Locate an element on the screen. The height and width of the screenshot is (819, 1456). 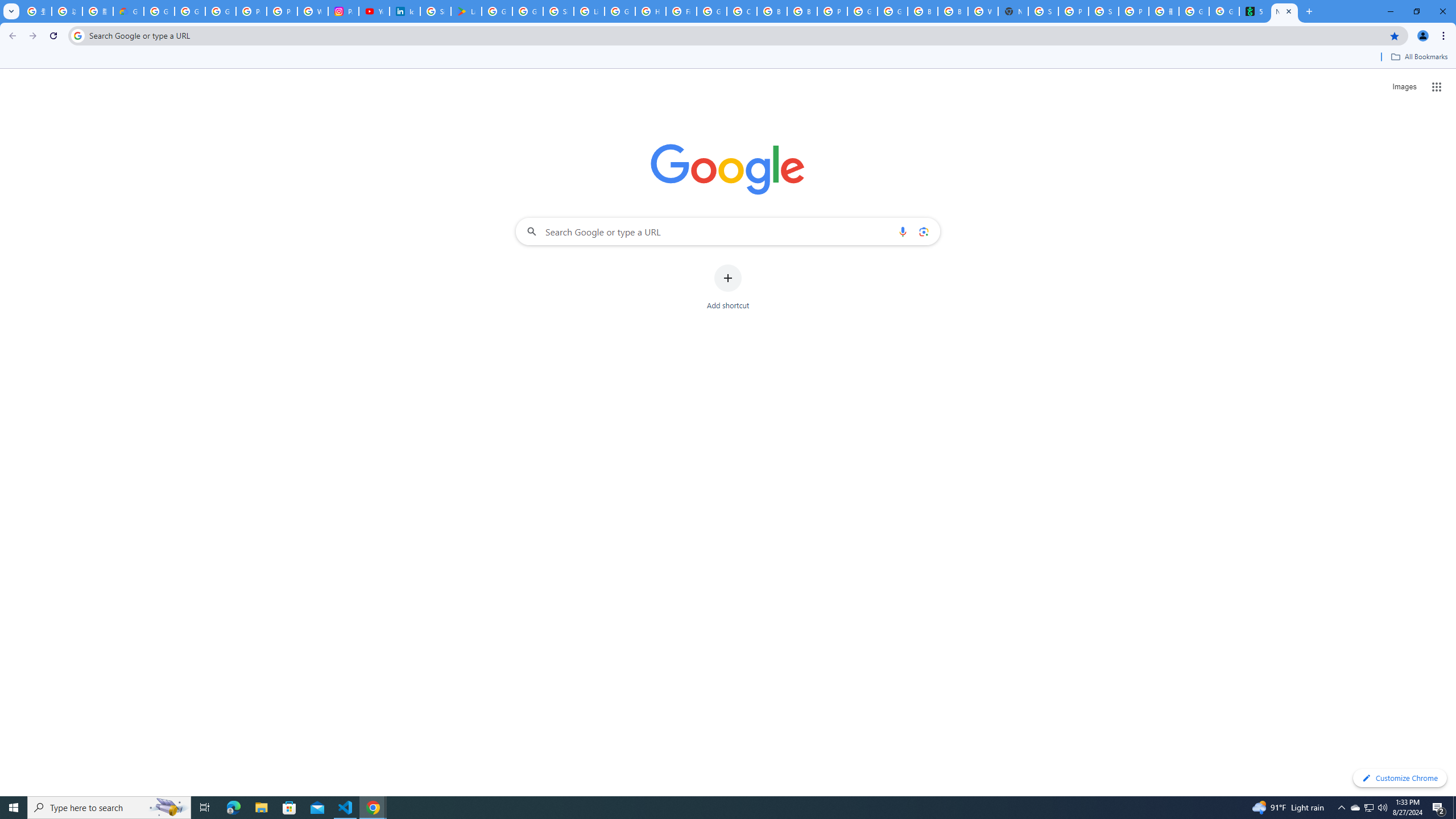
'How do I create a new Google Account? - Google Account Help' is located at coordinates (651, 11).